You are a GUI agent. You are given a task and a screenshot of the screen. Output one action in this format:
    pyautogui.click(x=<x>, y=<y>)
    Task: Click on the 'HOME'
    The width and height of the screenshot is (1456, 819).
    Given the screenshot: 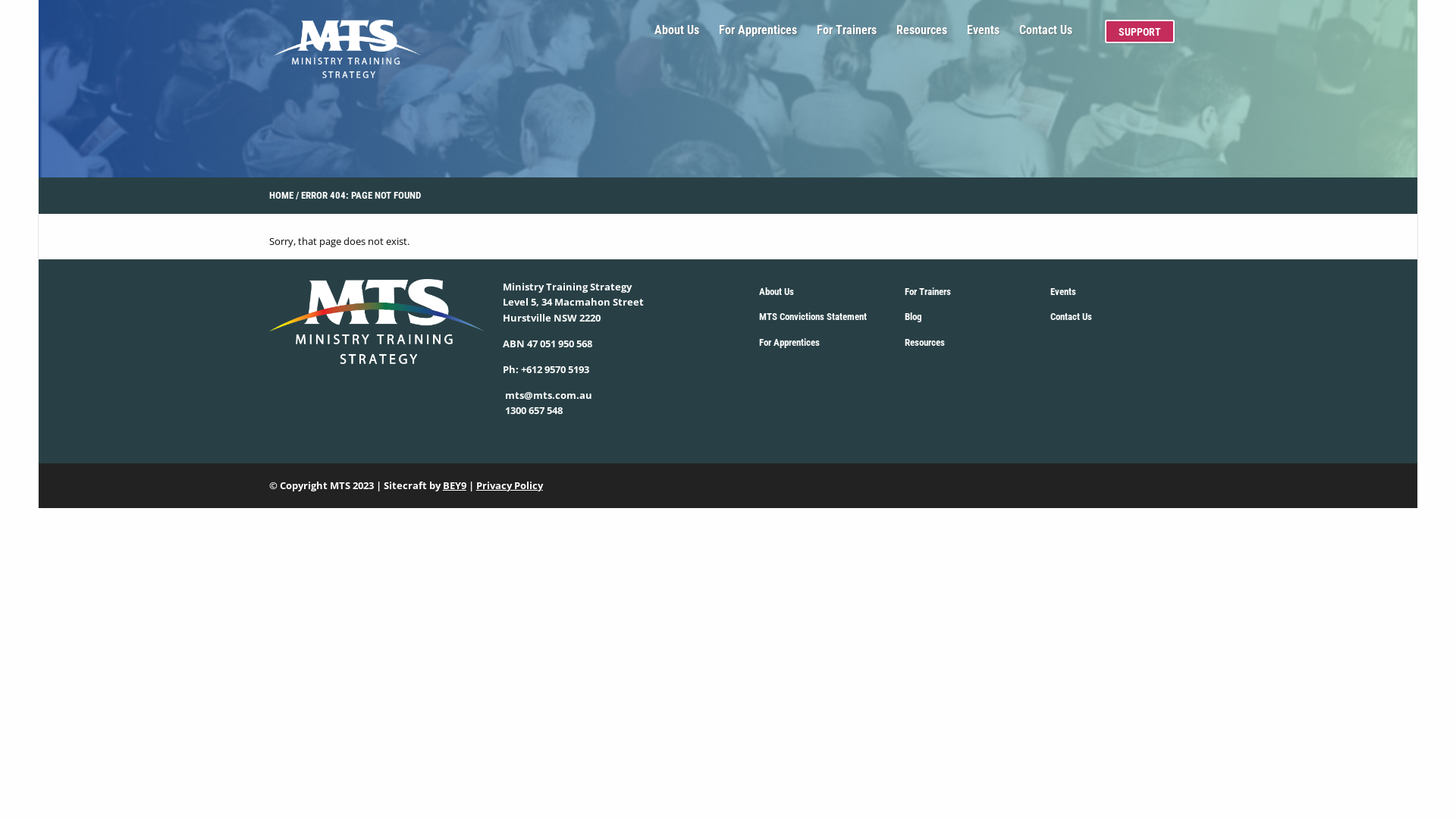 What is the action you would take?
    pyautogui.click(x=281, y=195)
    